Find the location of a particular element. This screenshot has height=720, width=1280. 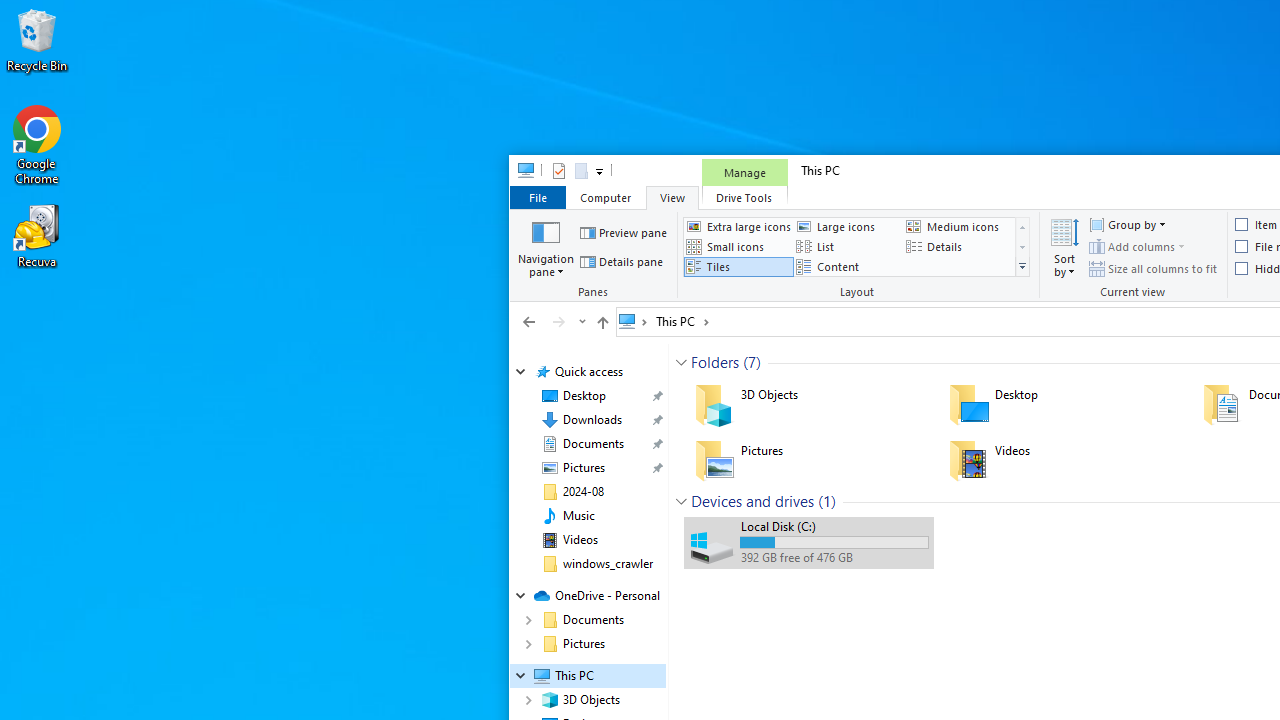

'Up band toolbar' is located at coordinates (601, 324).